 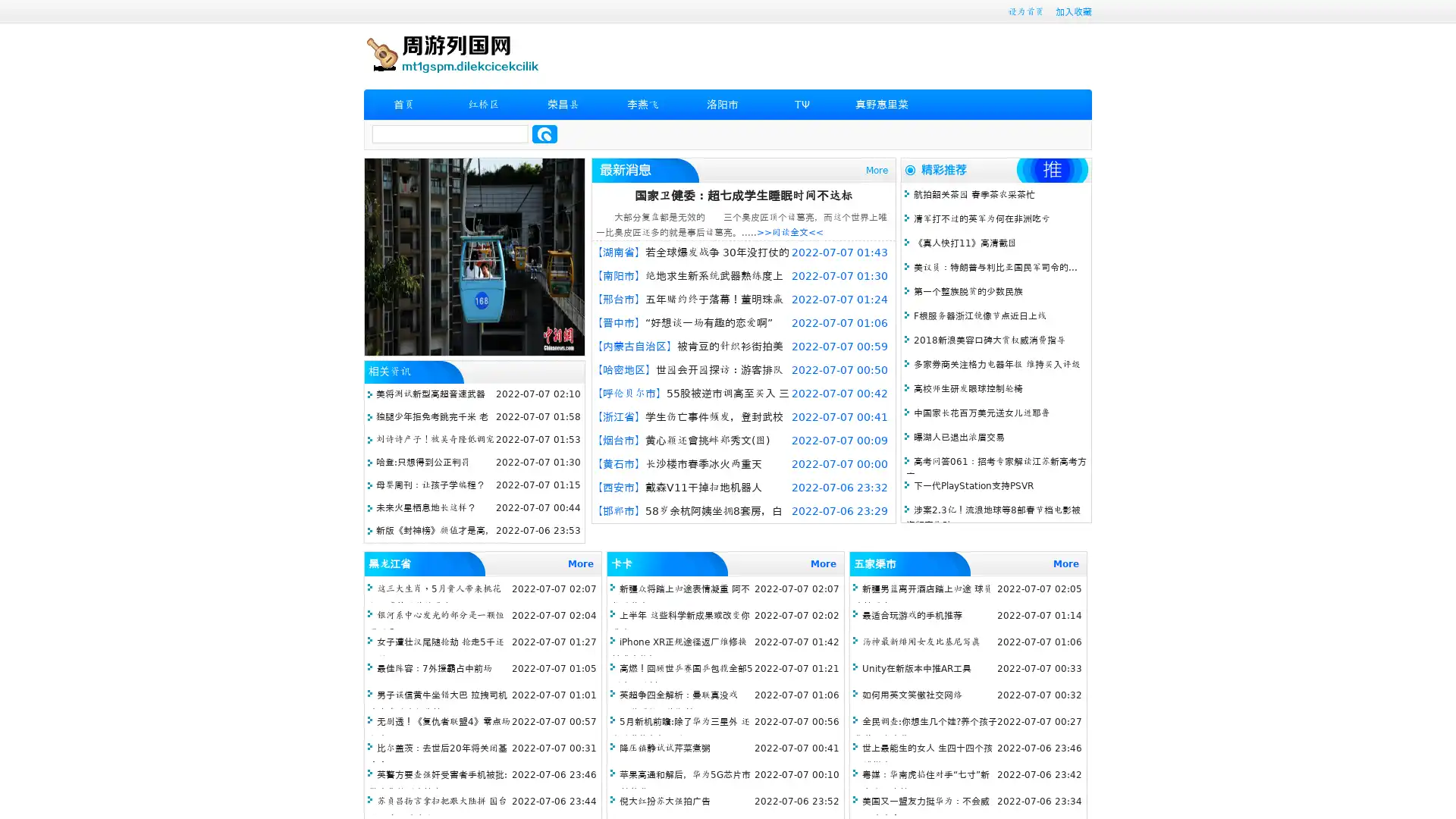 What do you see at coordinates (544, 133) in the screenshot?
I see `Search` at bounding box center [544, 133].